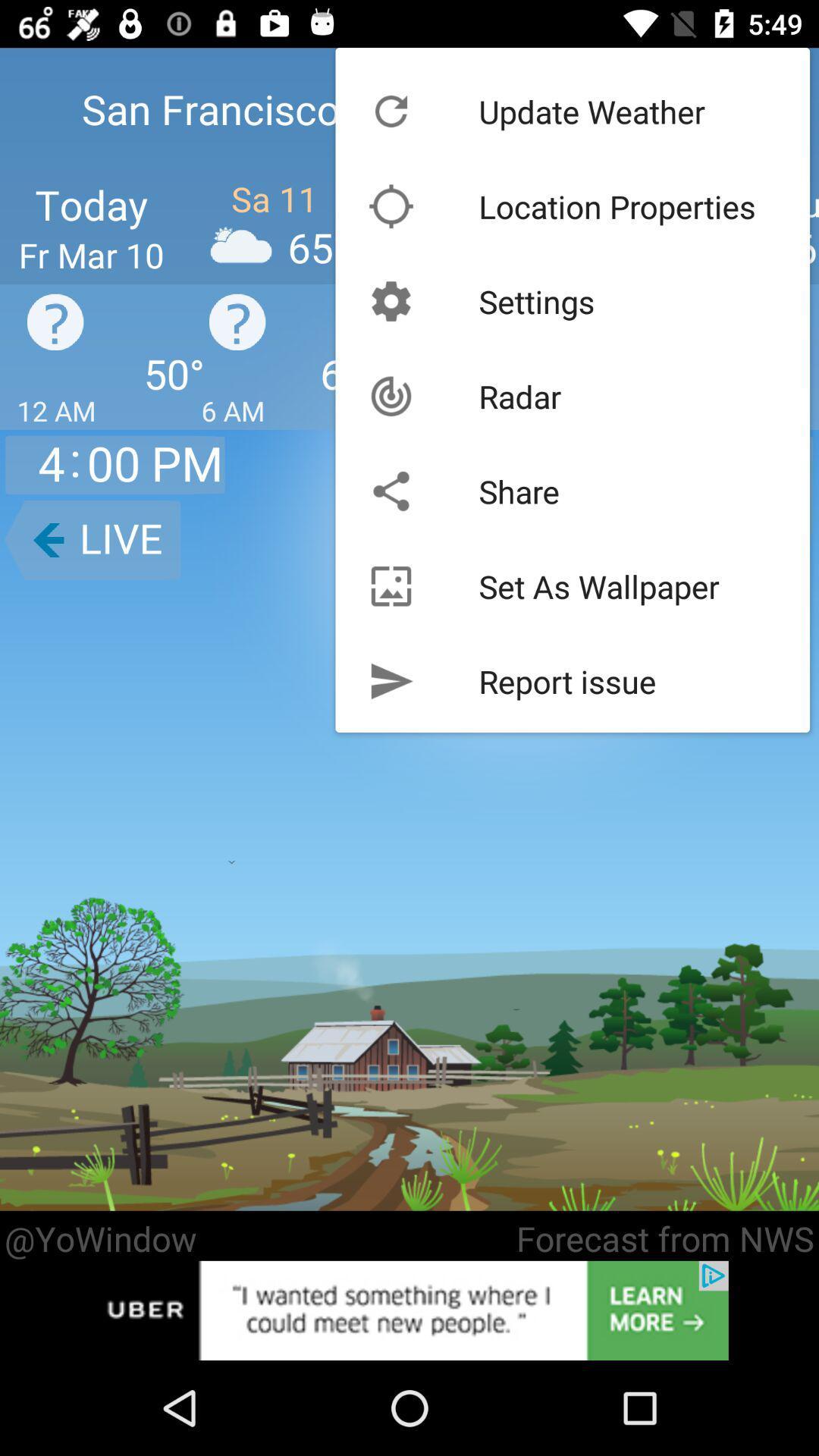 The height and width of the screenshot is (1456, 819). What do you see at coordinates (598, 585) in the screenshot?
I see `icon above the report issue item` at bounding box center [598, 585].